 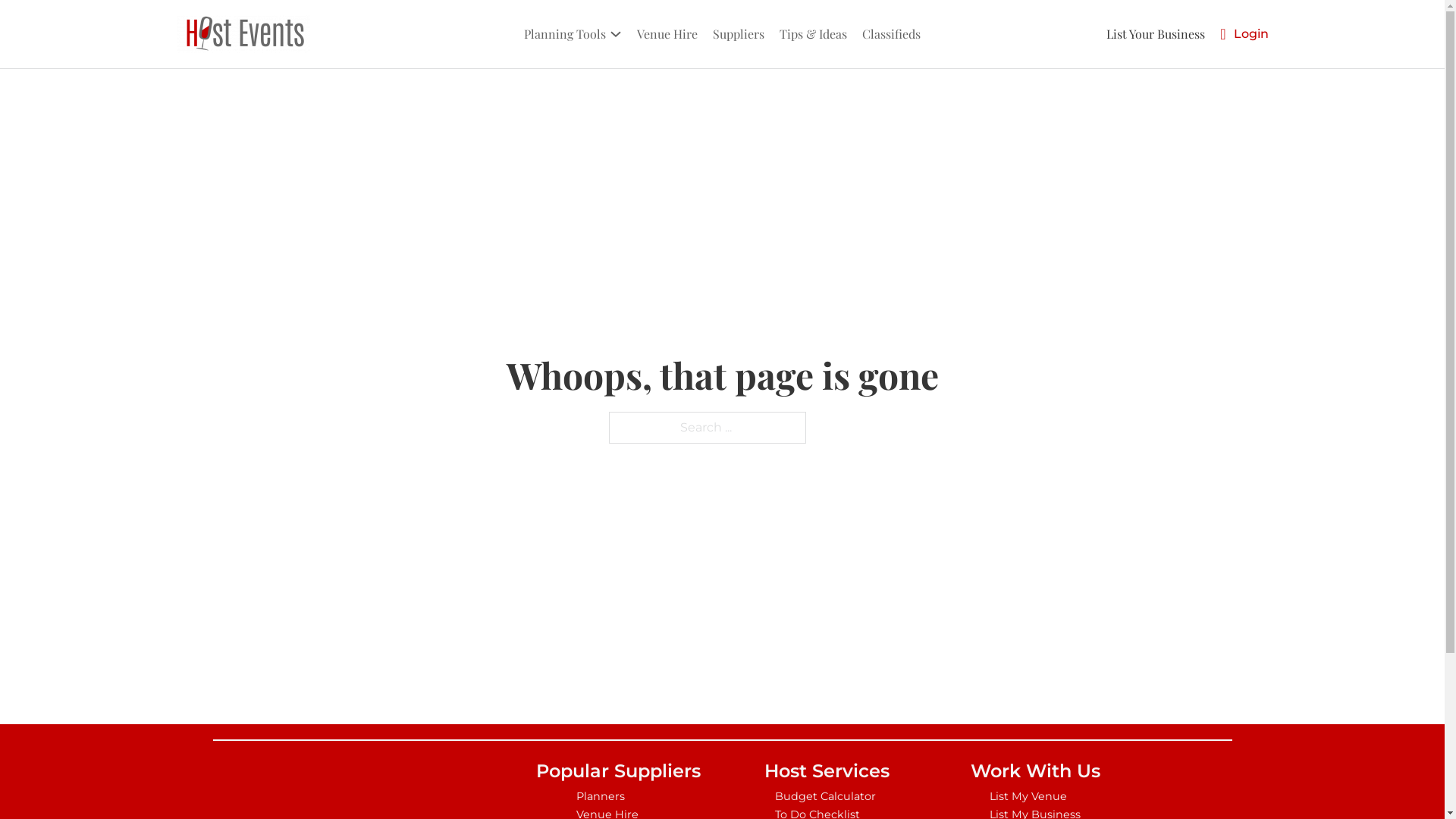 I want to click on 'List My Venue', so click(x=1034, y=795).